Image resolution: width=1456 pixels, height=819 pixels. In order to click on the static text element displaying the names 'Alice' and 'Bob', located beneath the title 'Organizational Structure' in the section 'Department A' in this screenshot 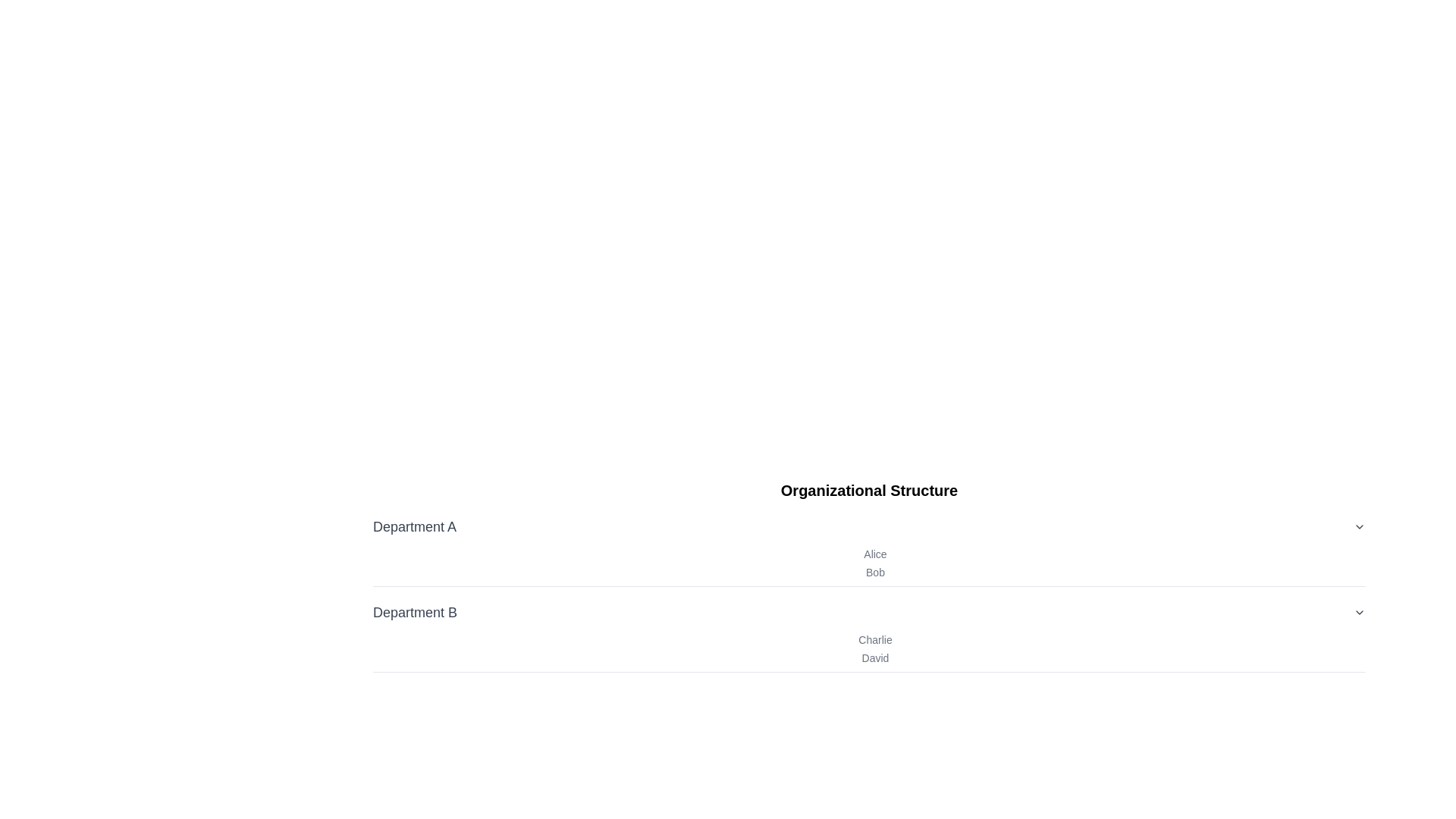, I will do `click(875, 563)`.